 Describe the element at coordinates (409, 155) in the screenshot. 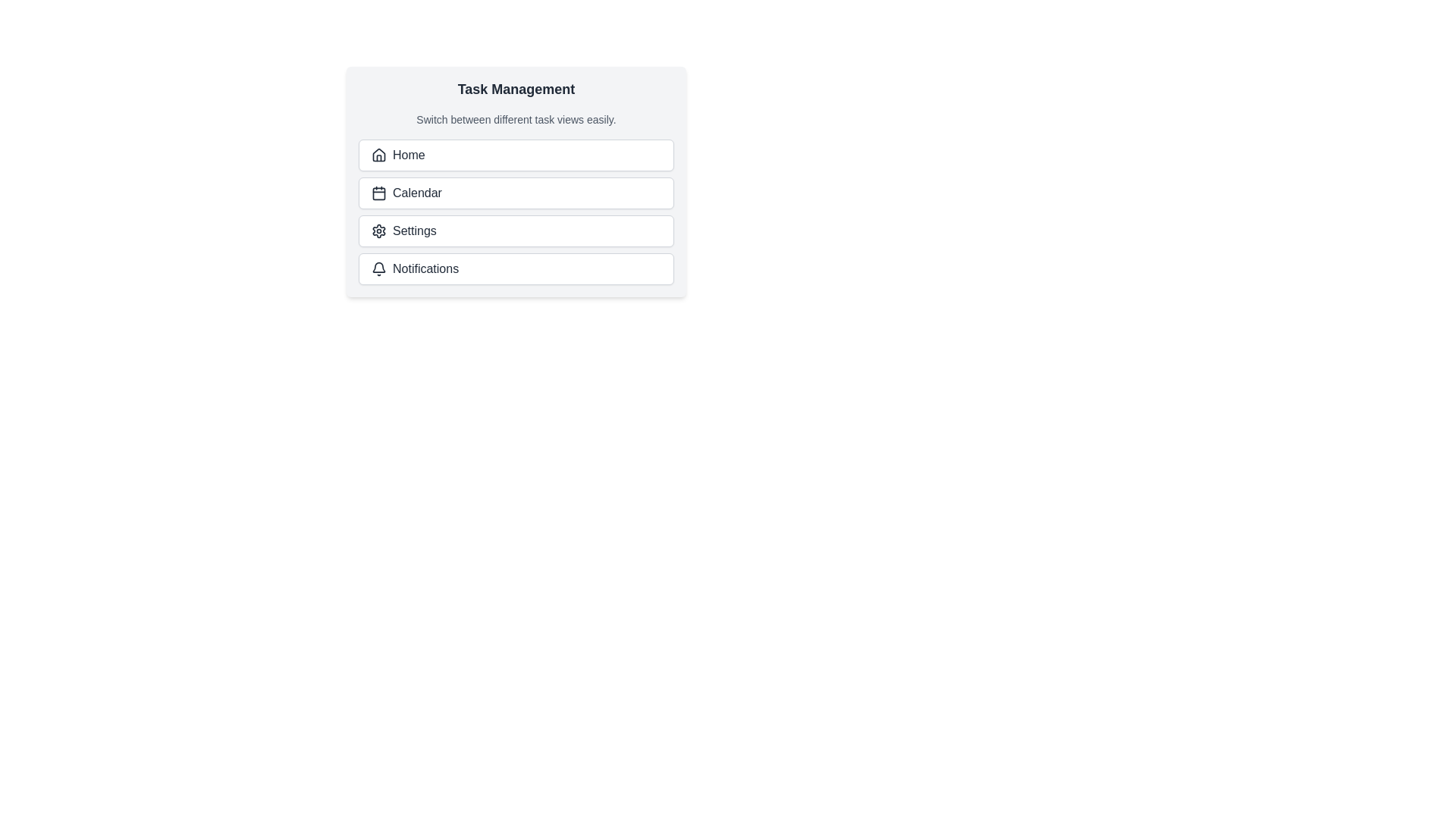

I see `text label displaying 'Home' located to the right of the house icon in the navigation options list` at that location.